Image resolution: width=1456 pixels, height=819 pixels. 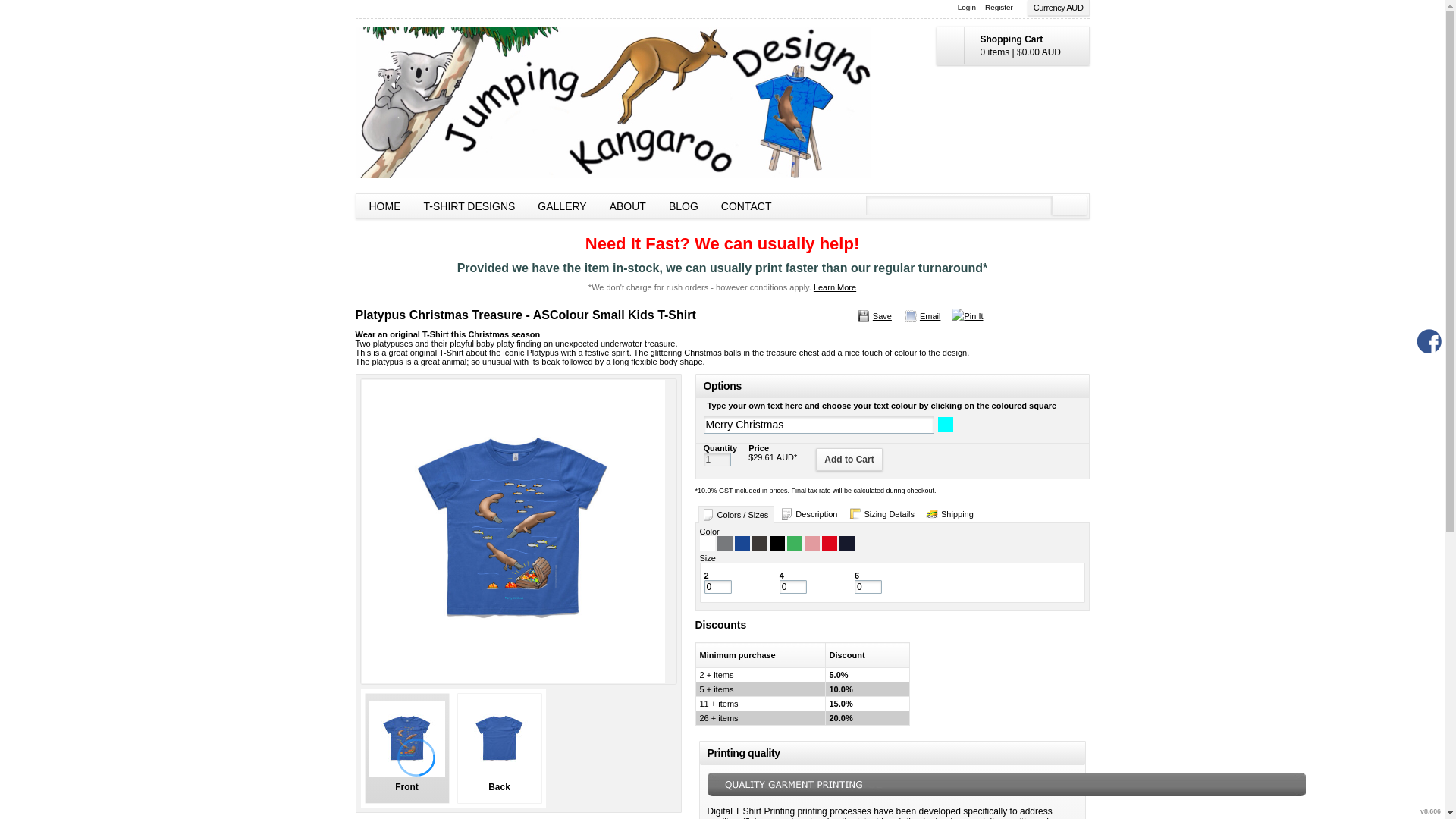 I want to click on 'ABOUT', so click(x=628, y=206).